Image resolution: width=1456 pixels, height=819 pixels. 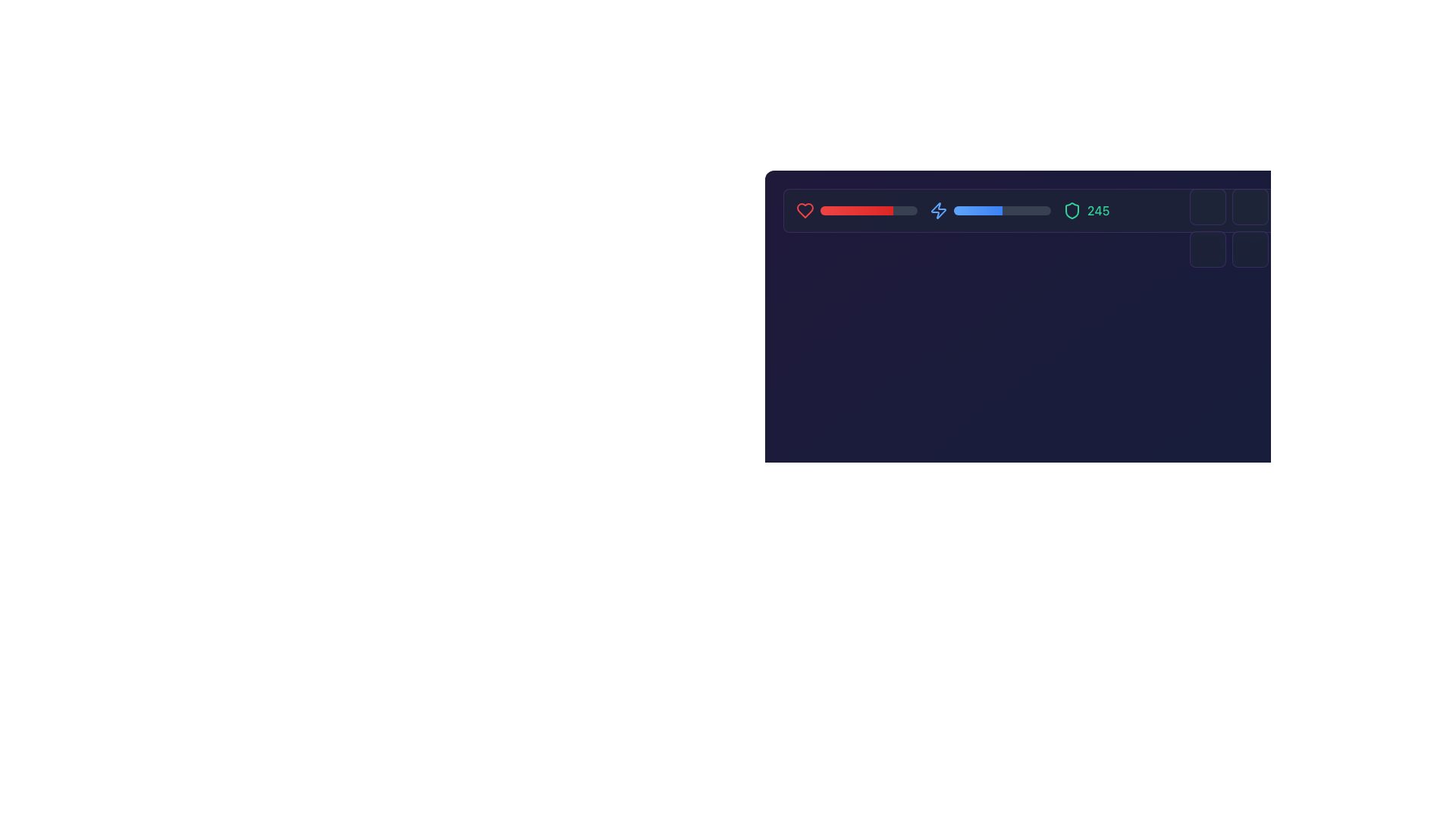 I want to click on the health bar value, so click(x=910, y=210).